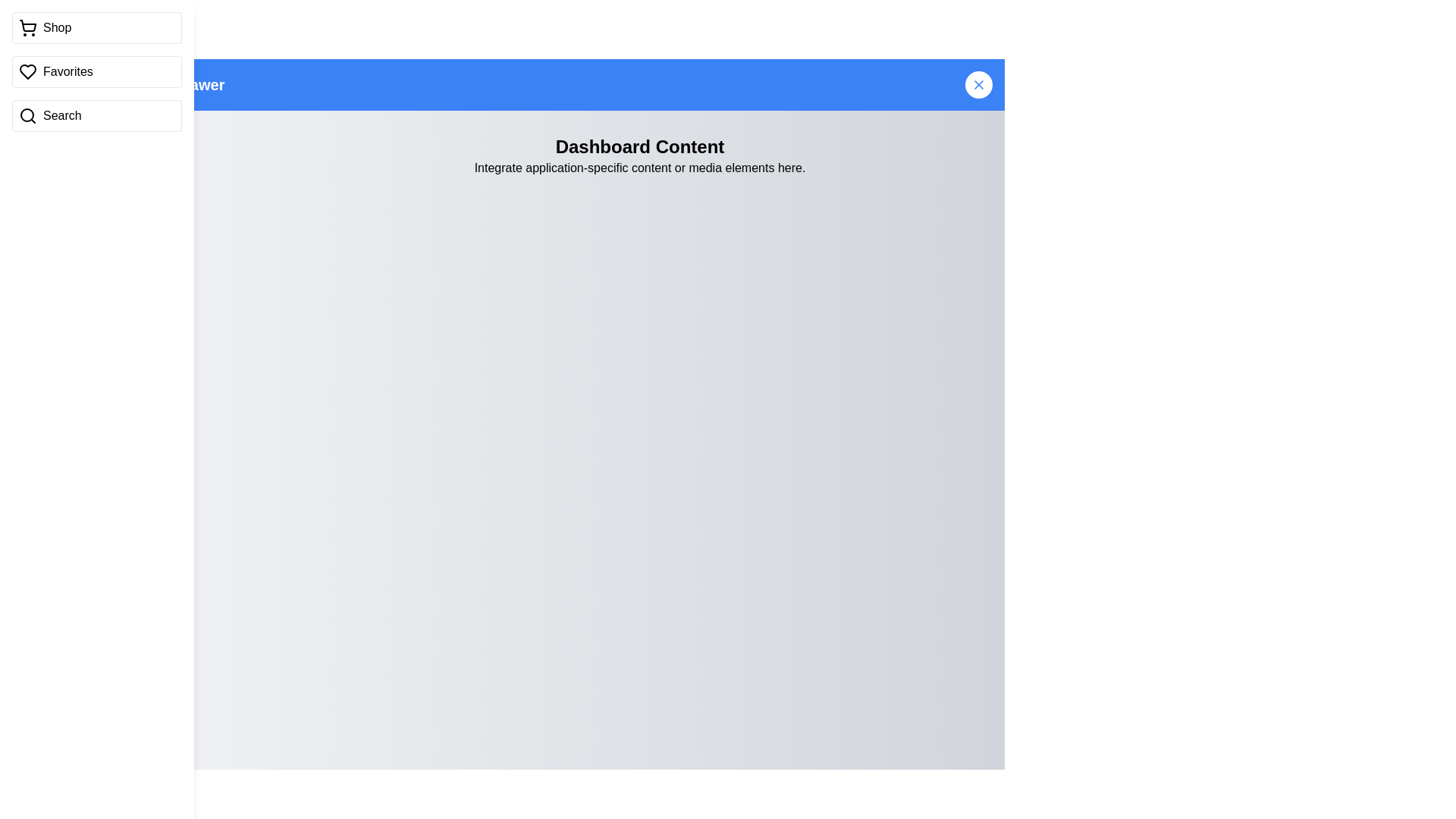 Image resolution: width=1456 pixels, height=819 pixels. Describe the element at coordinates (979, 84) in the screenshot. I see `the circular button with a blue 'X' icon located in the top-right corner of the blue bar` at that location.